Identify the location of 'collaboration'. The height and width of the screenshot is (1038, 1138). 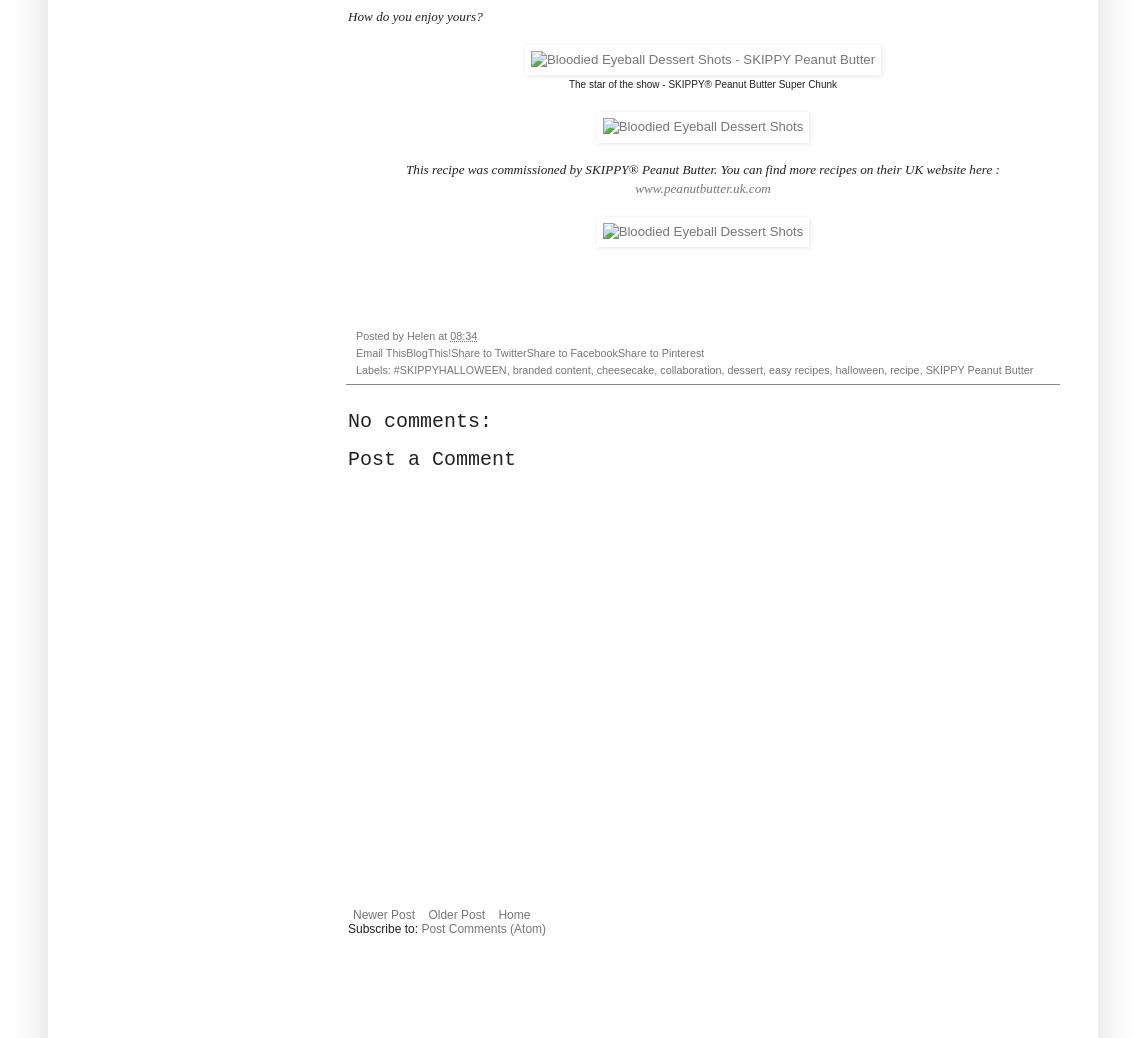
(690, 370).